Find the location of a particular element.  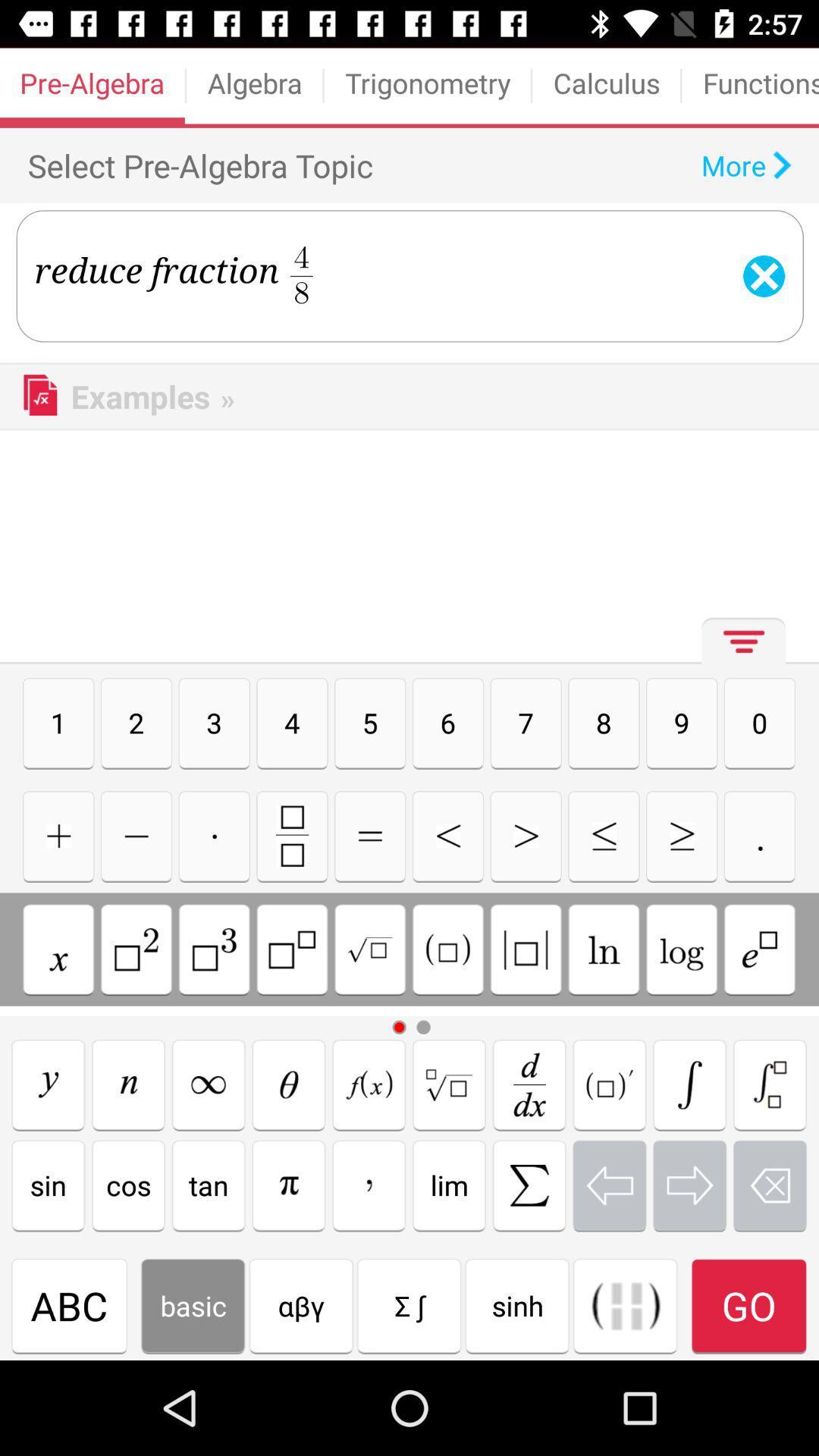

the navigation icon is located at coordinates (289, 1084).